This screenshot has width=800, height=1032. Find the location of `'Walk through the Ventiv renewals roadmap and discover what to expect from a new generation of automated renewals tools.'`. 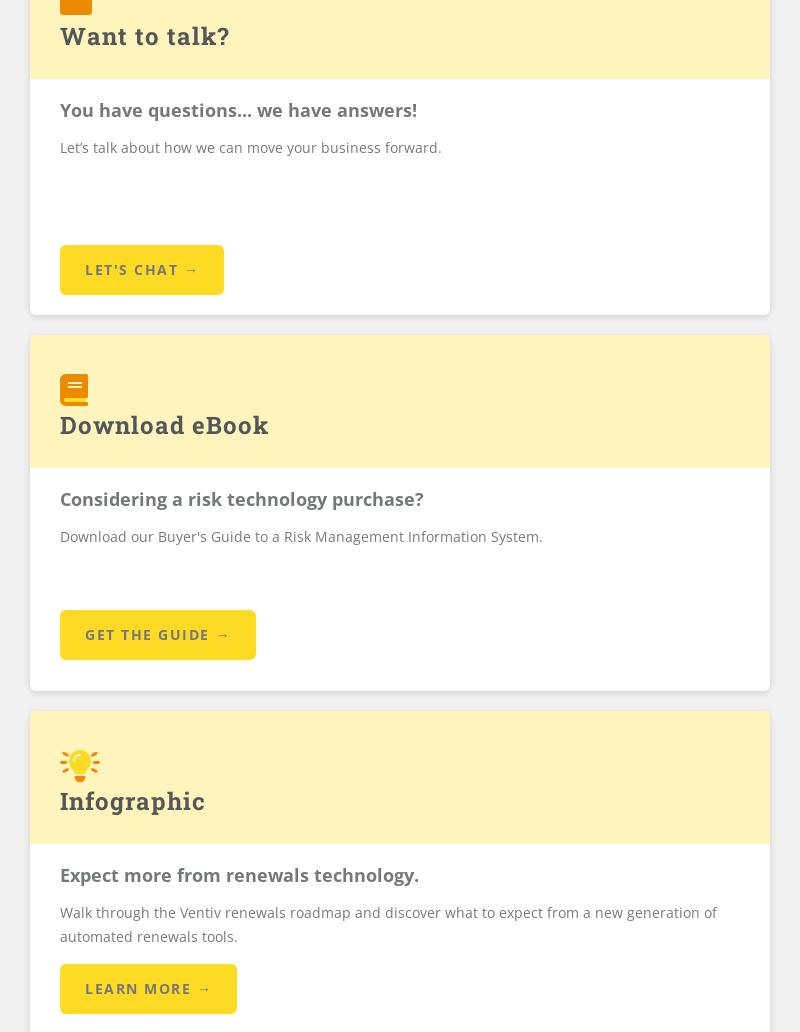

'Walk through the Ventiv renewals roadmap and discover what to expect from a new generation of automated renewals tools.' is located at coordinates (59, 922).